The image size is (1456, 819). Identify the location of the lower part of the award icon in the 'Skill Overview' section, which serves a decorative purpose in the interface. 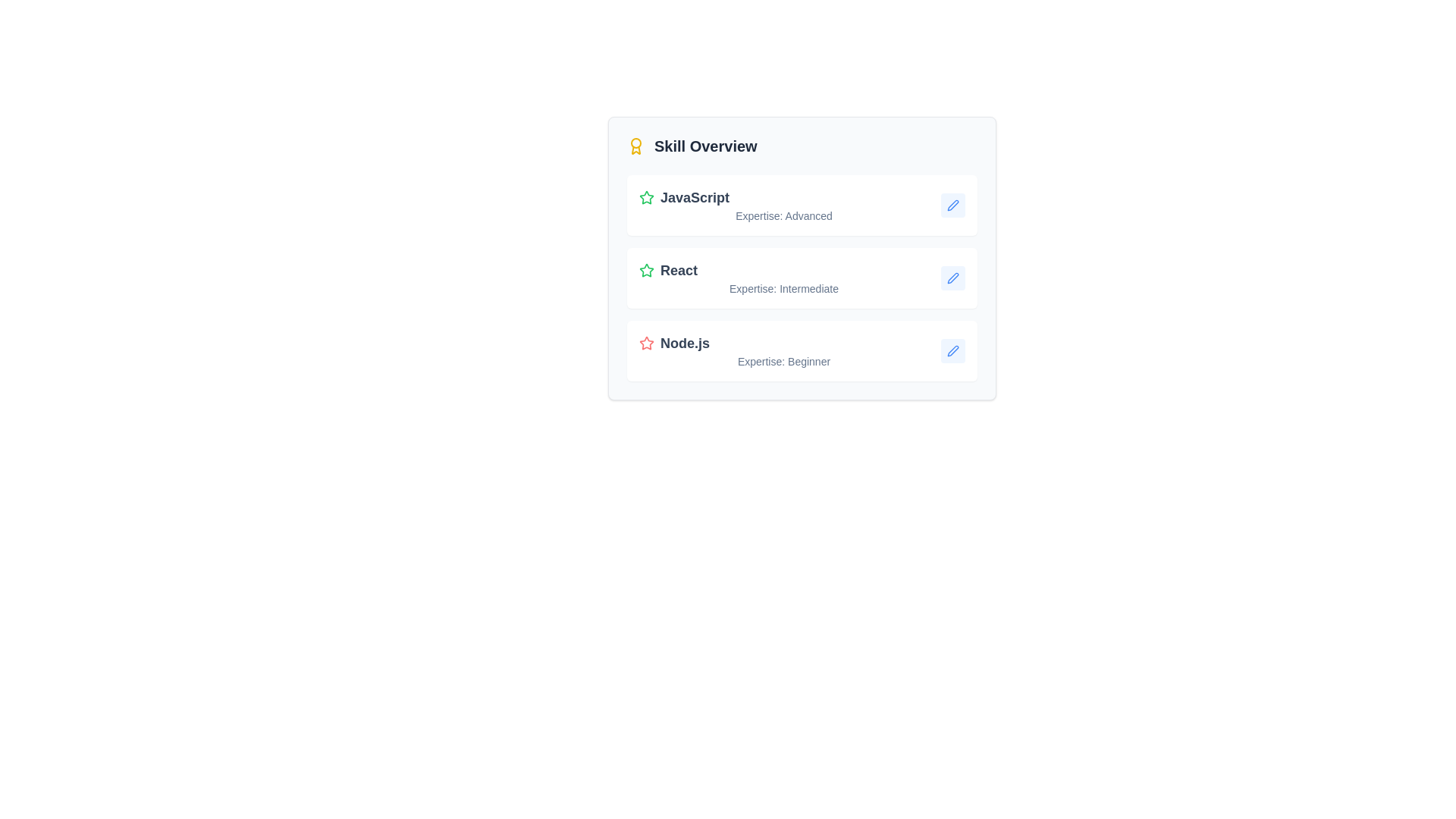
(636, 150).